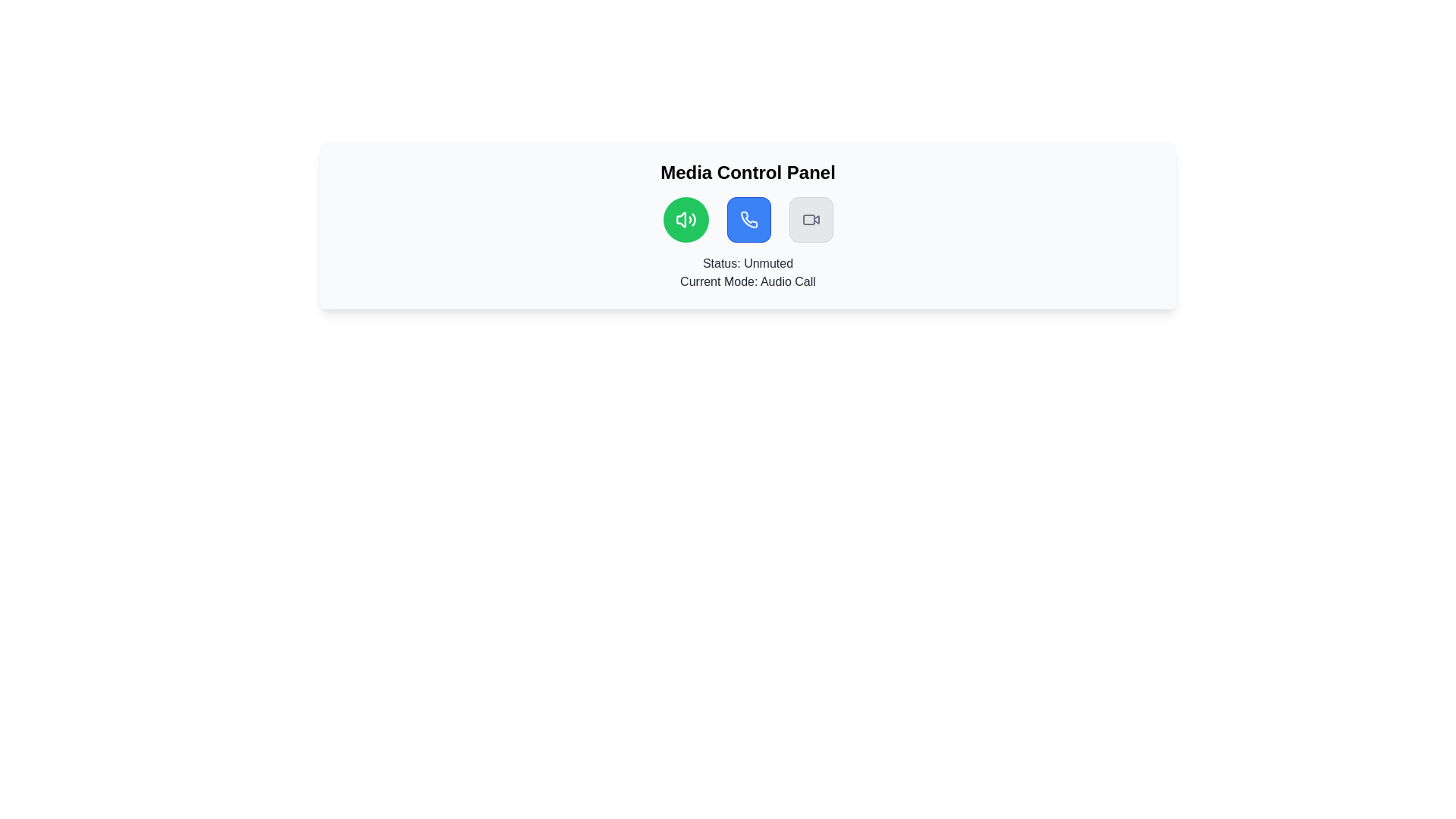  Describe the element at coordinates (748, 219) in the screenshot. I see `the audio mode button, which is the second button in a row of three, located between a green speaker button and a gray video camera button, to switch modes` at that location.